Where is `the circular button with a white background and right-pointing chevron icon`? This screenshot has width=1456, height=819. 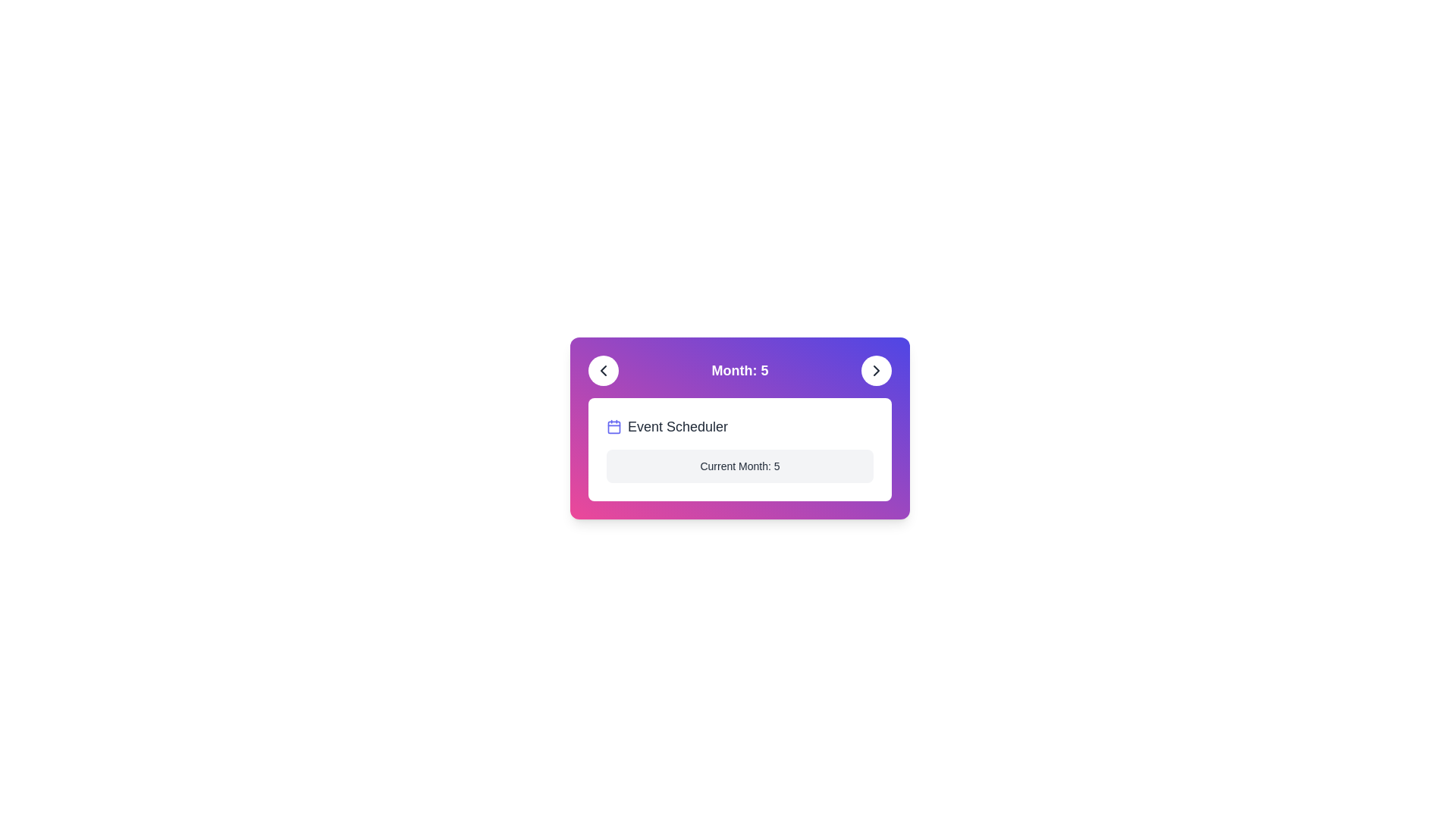 the circular button with a white background and right-pointing chevron icon is located at coordinates (877, 371).